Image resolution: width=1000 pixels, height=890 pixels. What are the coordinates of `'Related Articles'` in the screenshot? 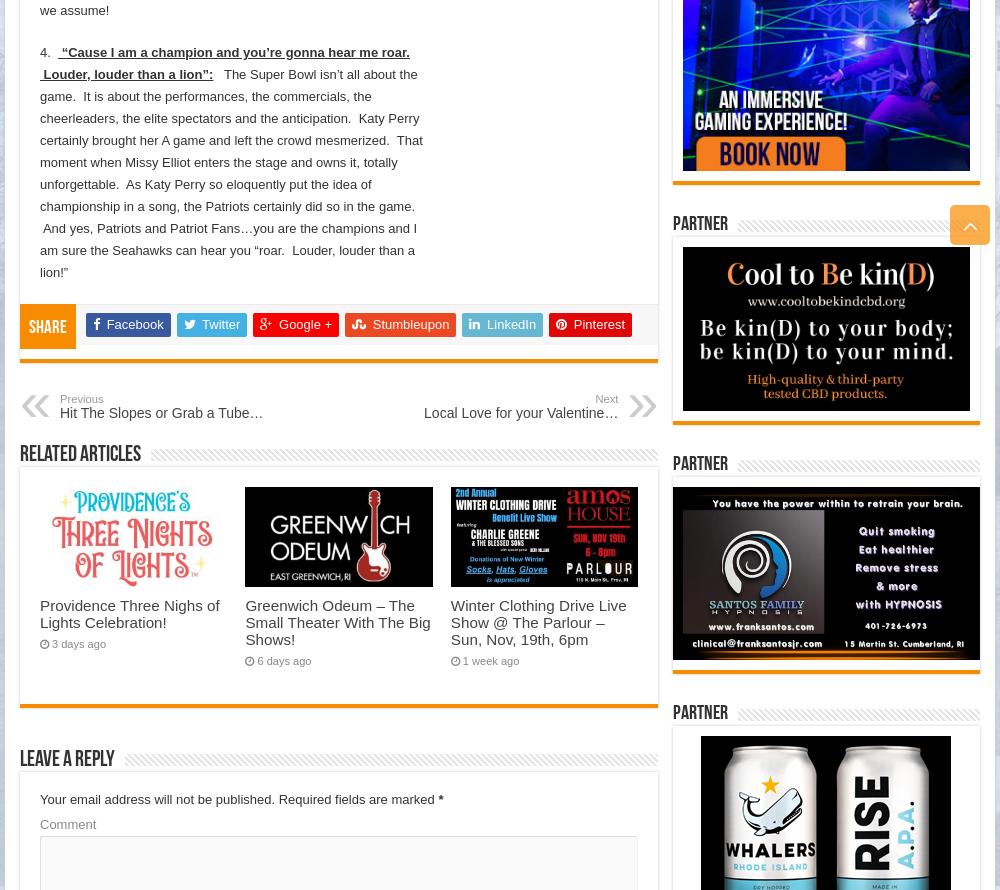 It's located at (79, 454).